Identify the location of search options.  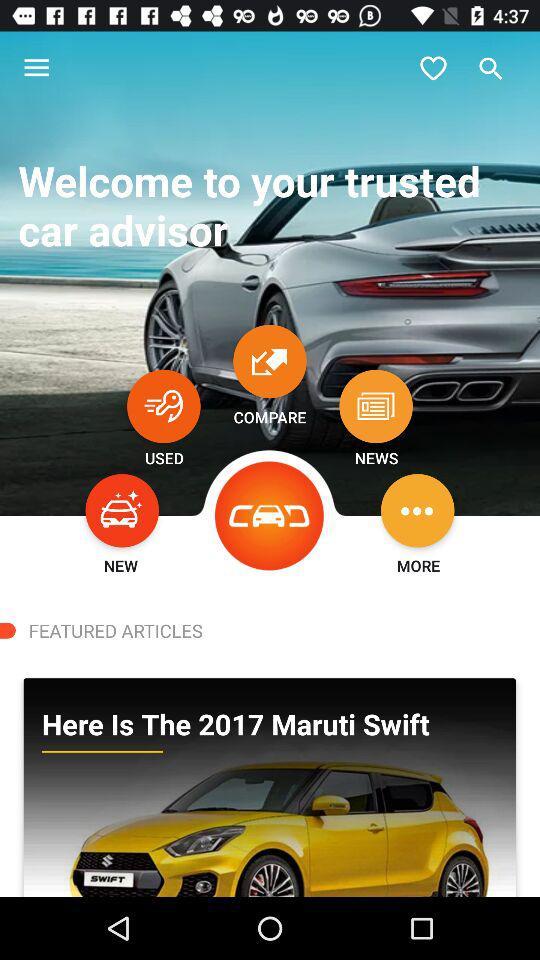
(490, 68).